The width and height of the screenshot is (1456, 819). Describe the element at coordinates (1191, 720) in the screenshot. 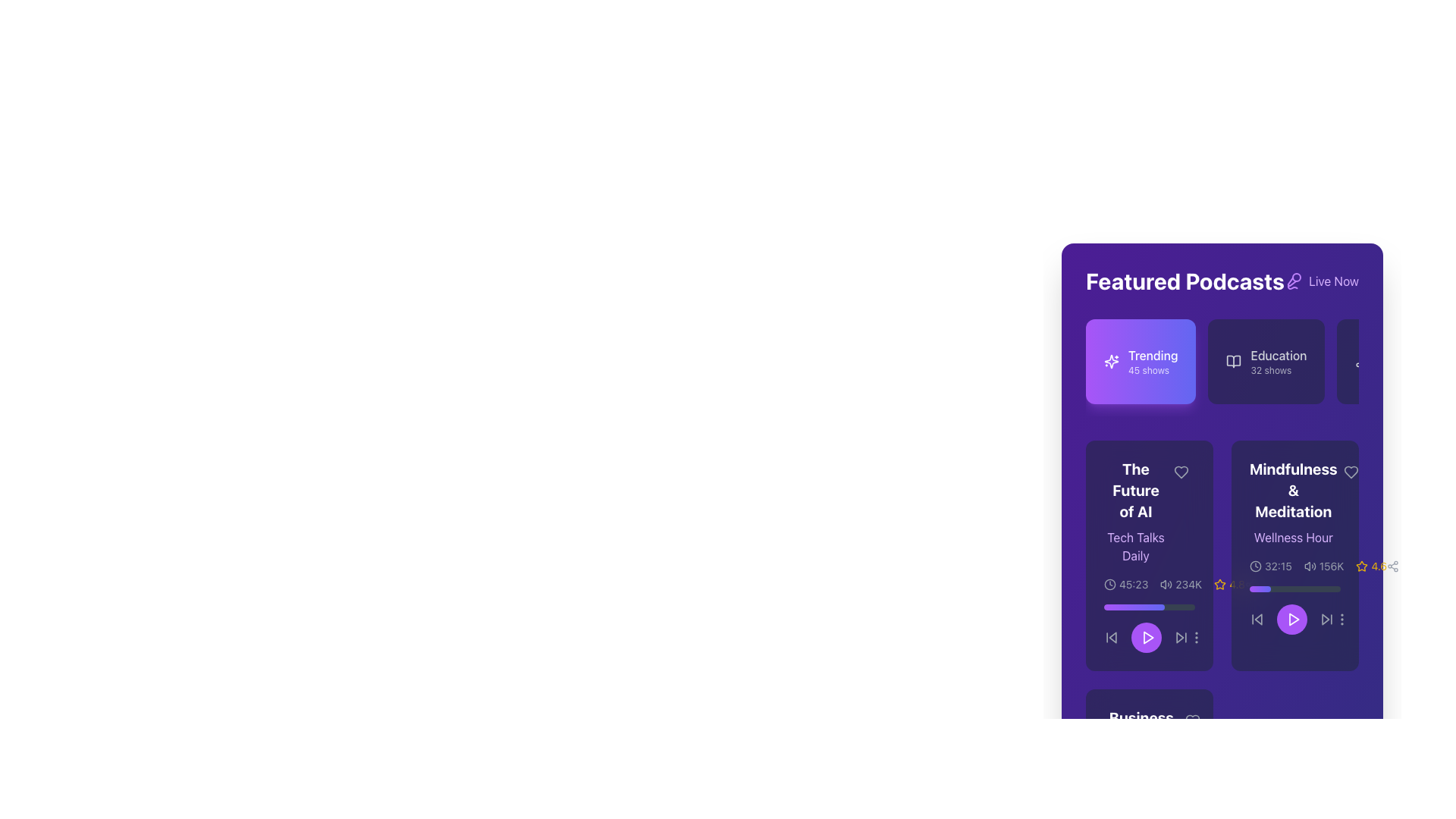

I see `the heart-shaped icon in the lower-right corner of the podcast card to mark it as favorite` at that location.